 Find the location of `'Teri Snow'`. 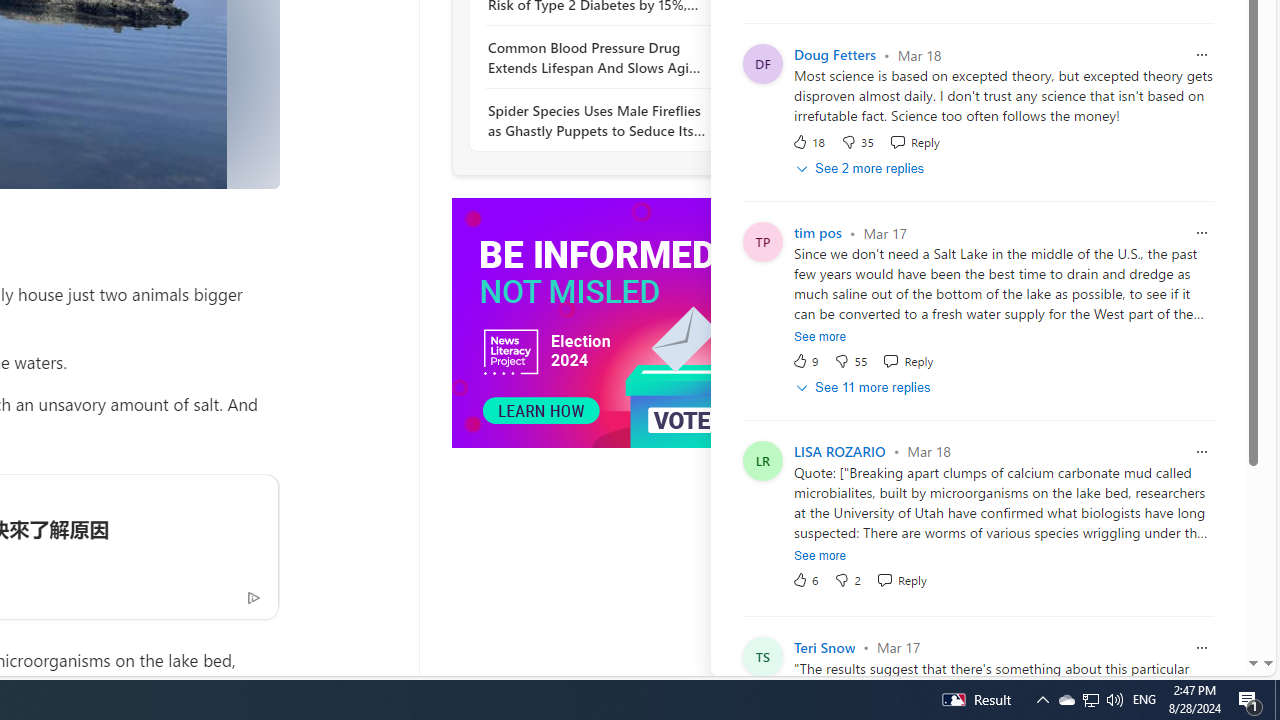

'Teri Snow' is located at coordinates (824, 647).